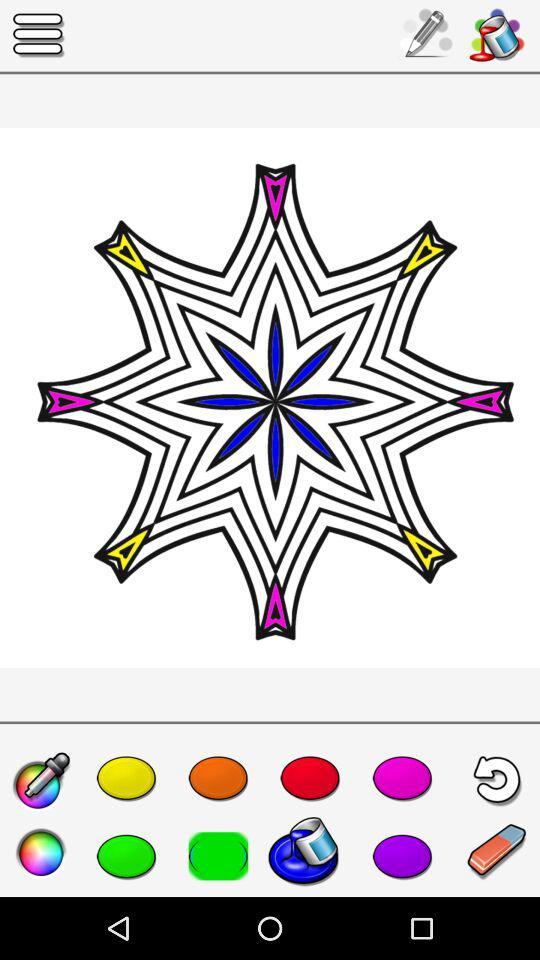  Describe the element at coordinates (39, 34) in the screenshot. I see `the icon at the top left corner` at that location.